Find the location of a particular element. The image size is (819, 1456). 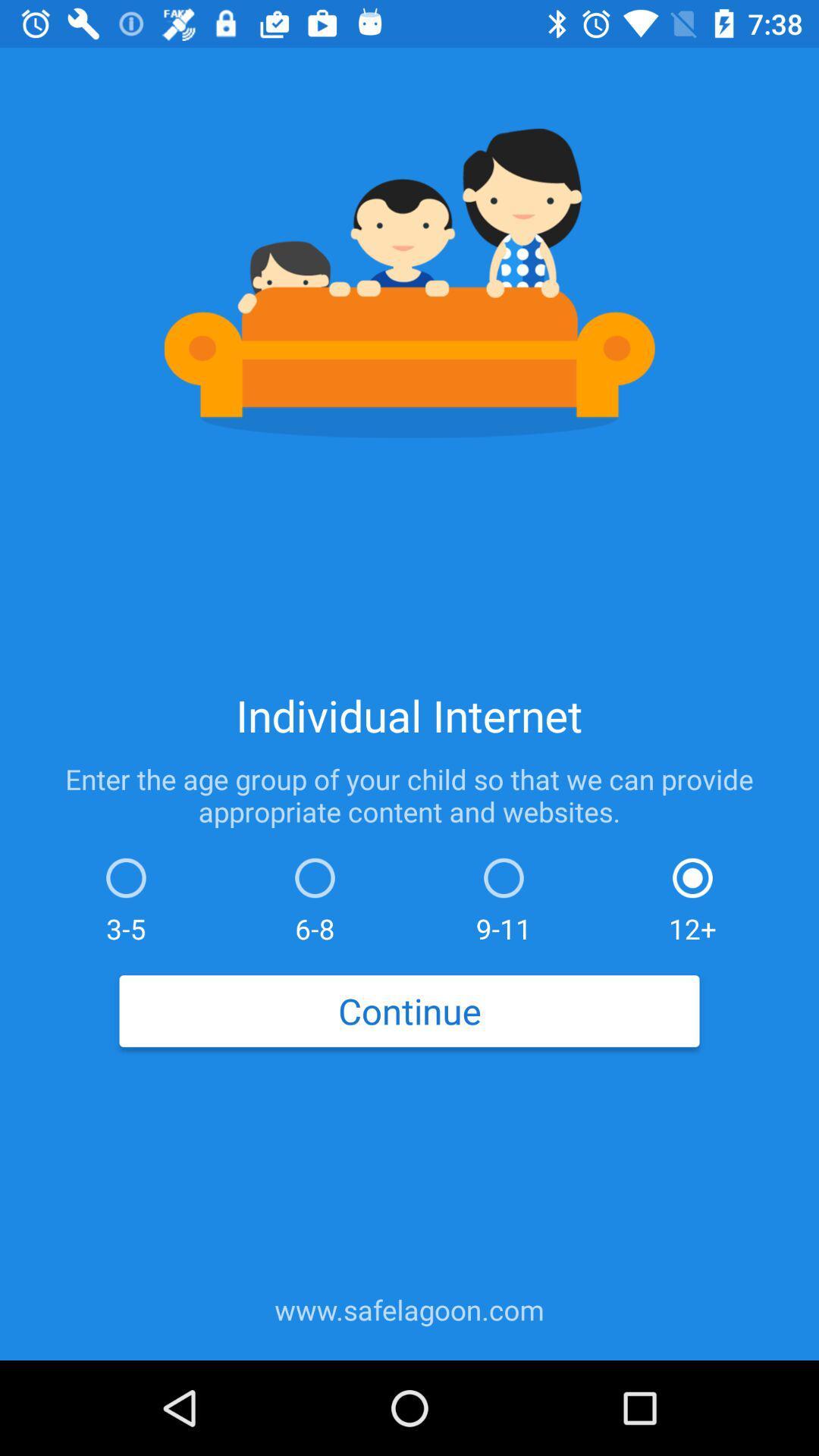

9-11 icon is located at coordinates (504, 896).